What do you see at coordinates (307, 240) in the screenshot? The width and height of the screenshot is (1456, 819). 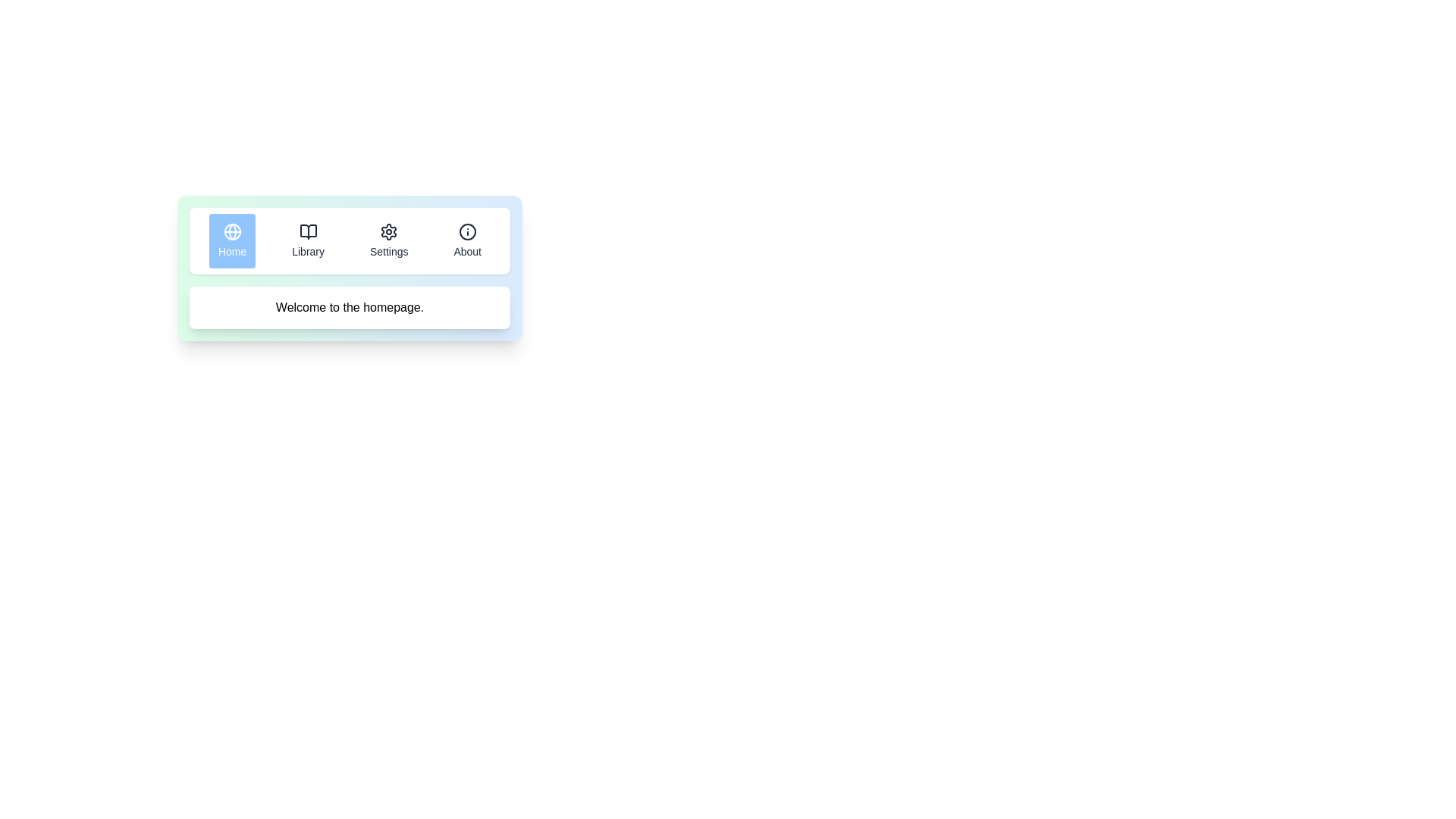 I see `the tab labeled Library` at bounding box center [307, 240].